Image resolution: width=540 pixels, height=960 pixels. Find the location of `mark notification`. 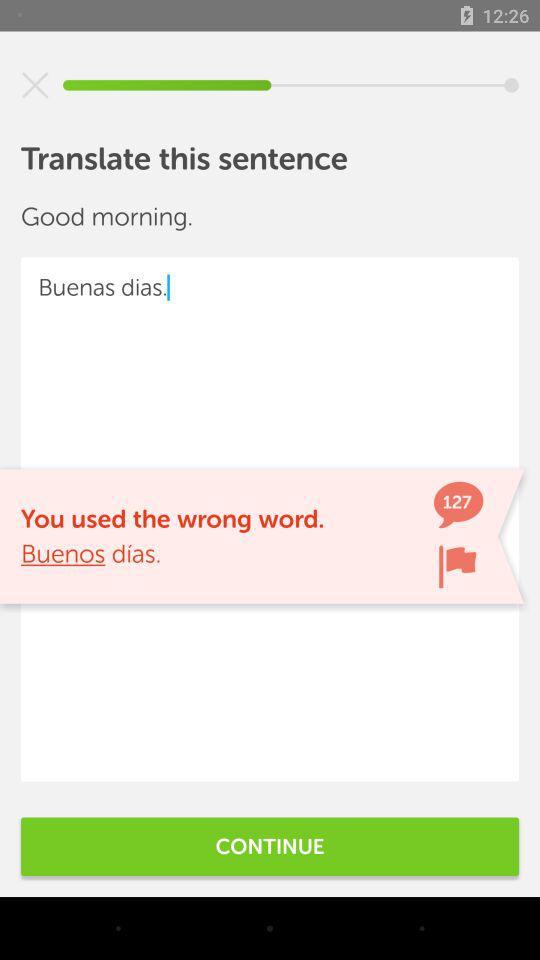

mark notification is located at coordinates (457, 566).